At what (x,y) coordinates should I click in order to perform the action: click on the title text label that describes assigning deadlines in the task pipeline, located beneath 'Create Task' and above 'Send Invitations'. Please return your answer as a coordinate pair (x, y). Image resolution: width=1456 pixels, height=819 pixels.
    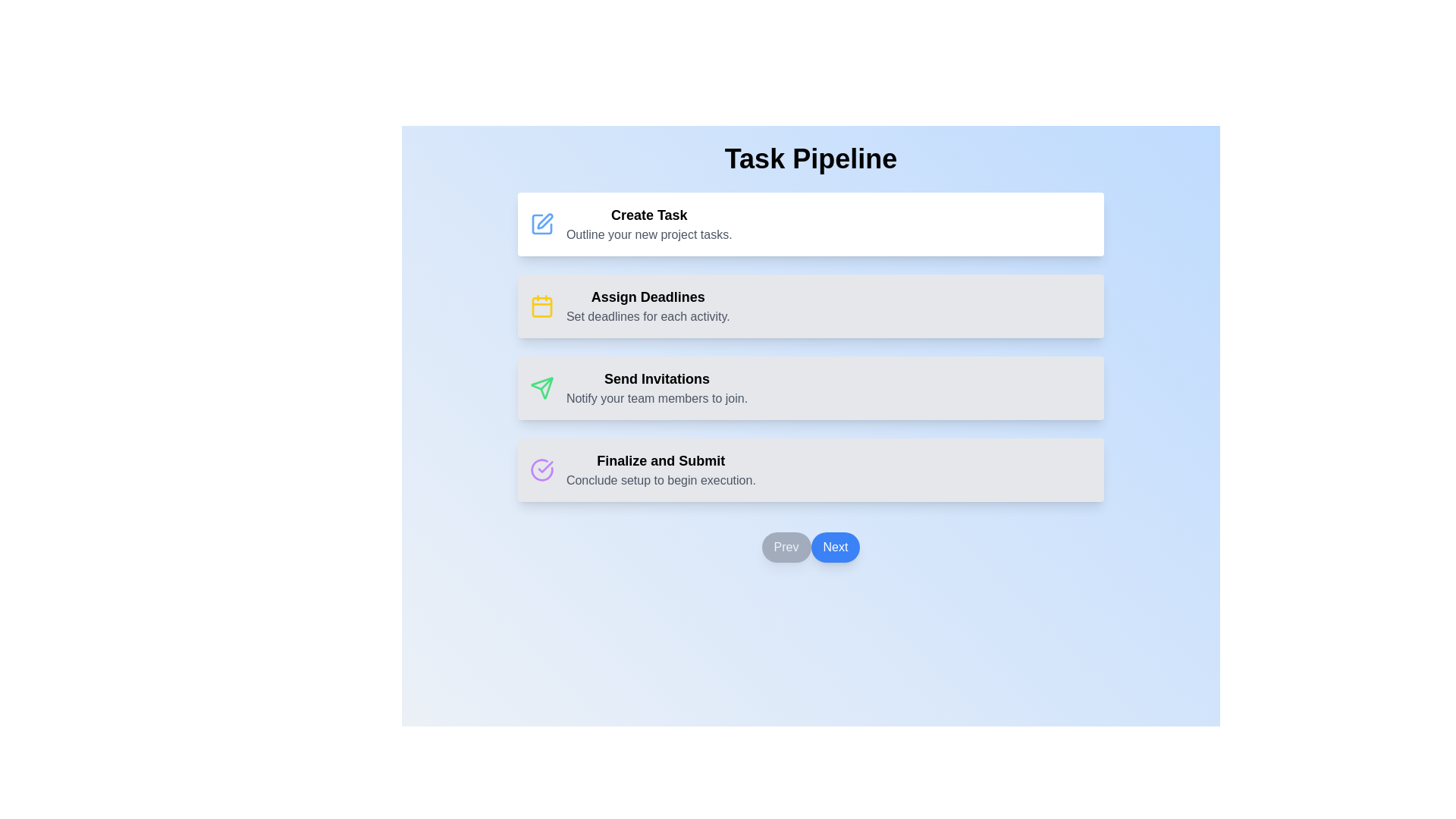
    Looking at the image, I should click on (648, 297).